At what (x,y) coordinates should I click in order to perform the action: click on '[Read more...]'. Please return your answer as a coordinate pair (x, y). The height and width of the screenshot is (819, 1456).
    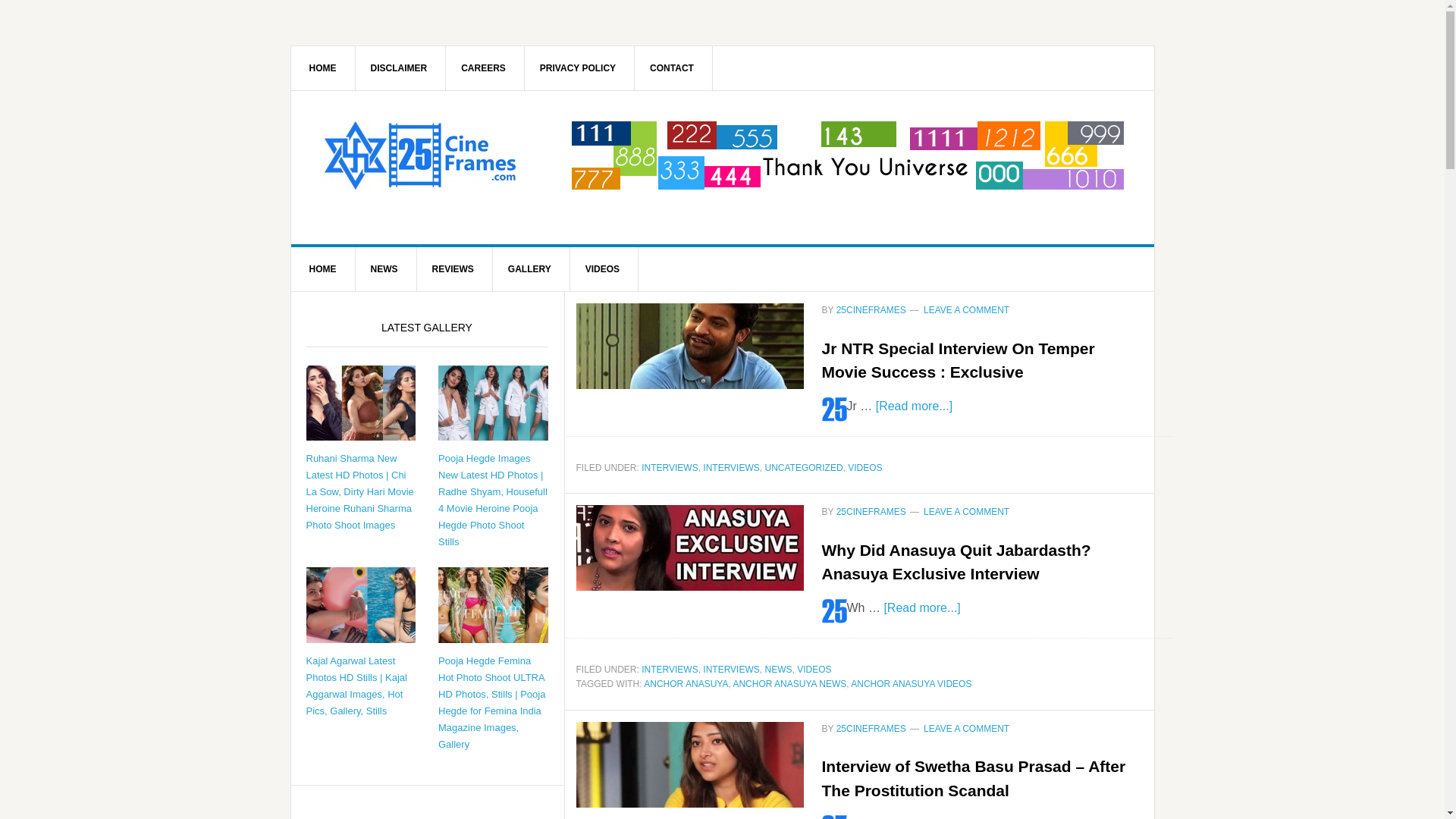
    Looking at the image, I should click on (921, 606).